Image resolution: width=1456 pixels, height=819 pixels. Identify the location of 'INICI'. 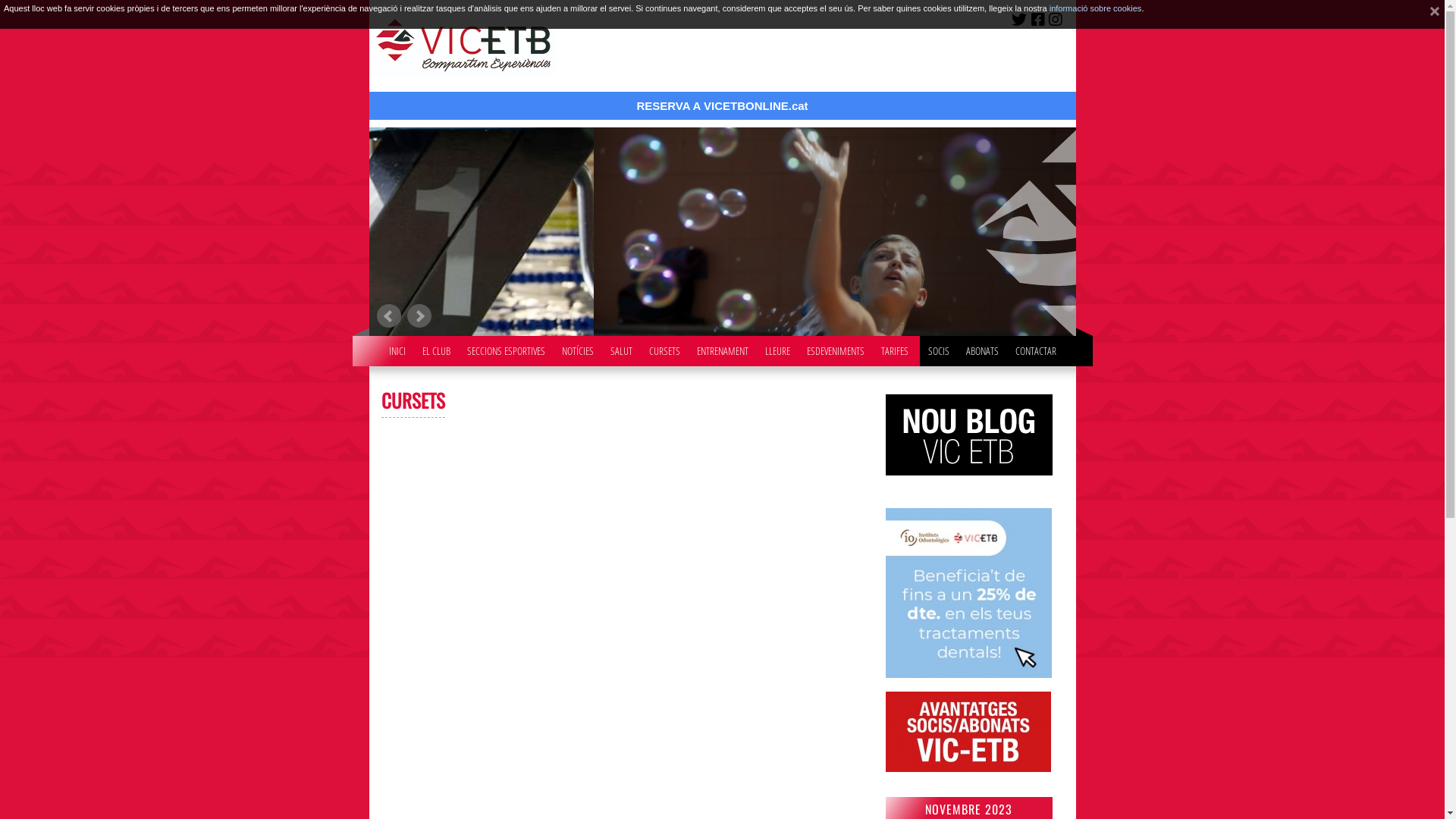
(381, 347).